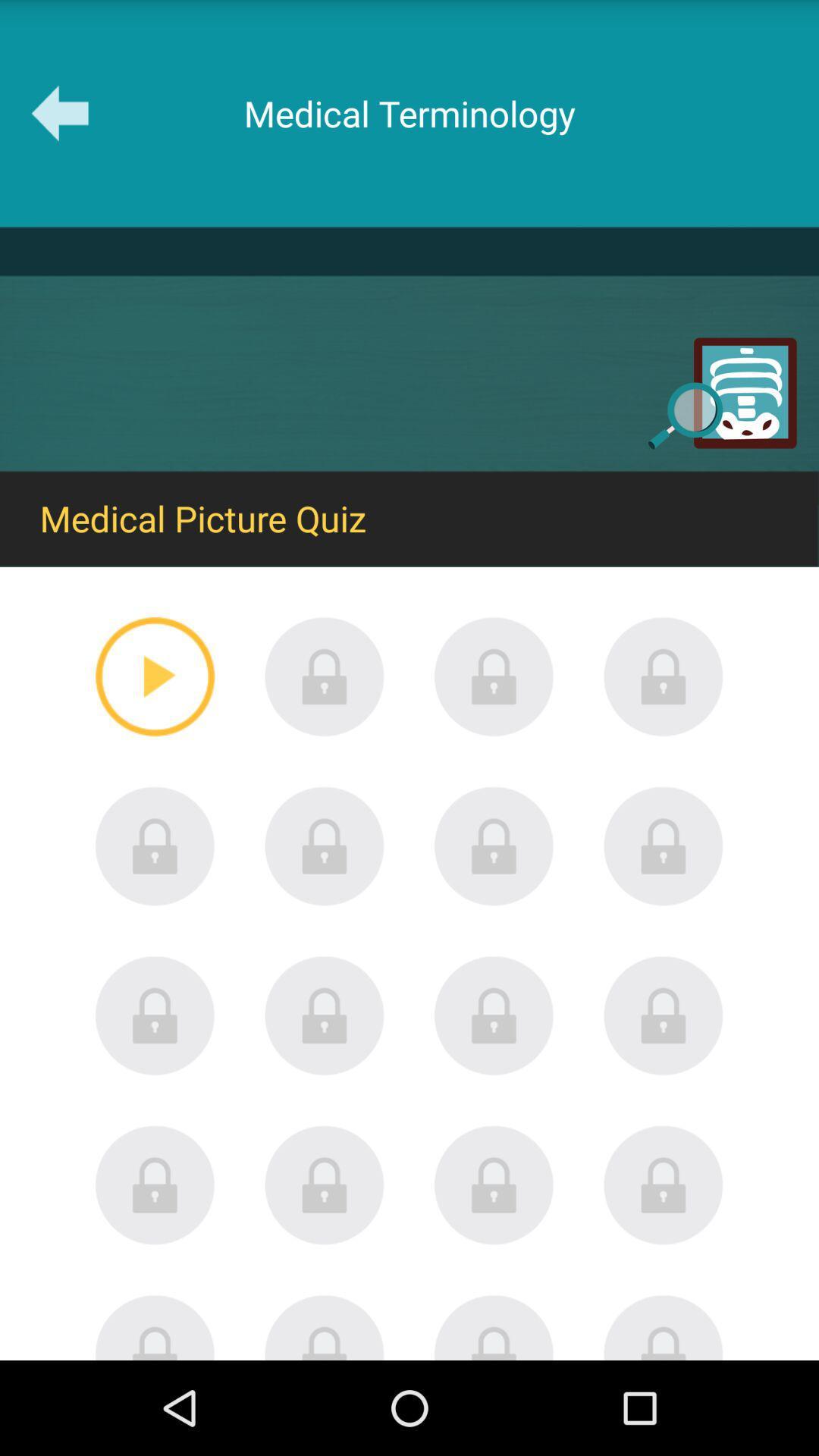 The width and height of the screenshot is (819, 1456). Describe the element at coordinates (663, 676) in the screenshot. I see `unlock/purchase` at that location.